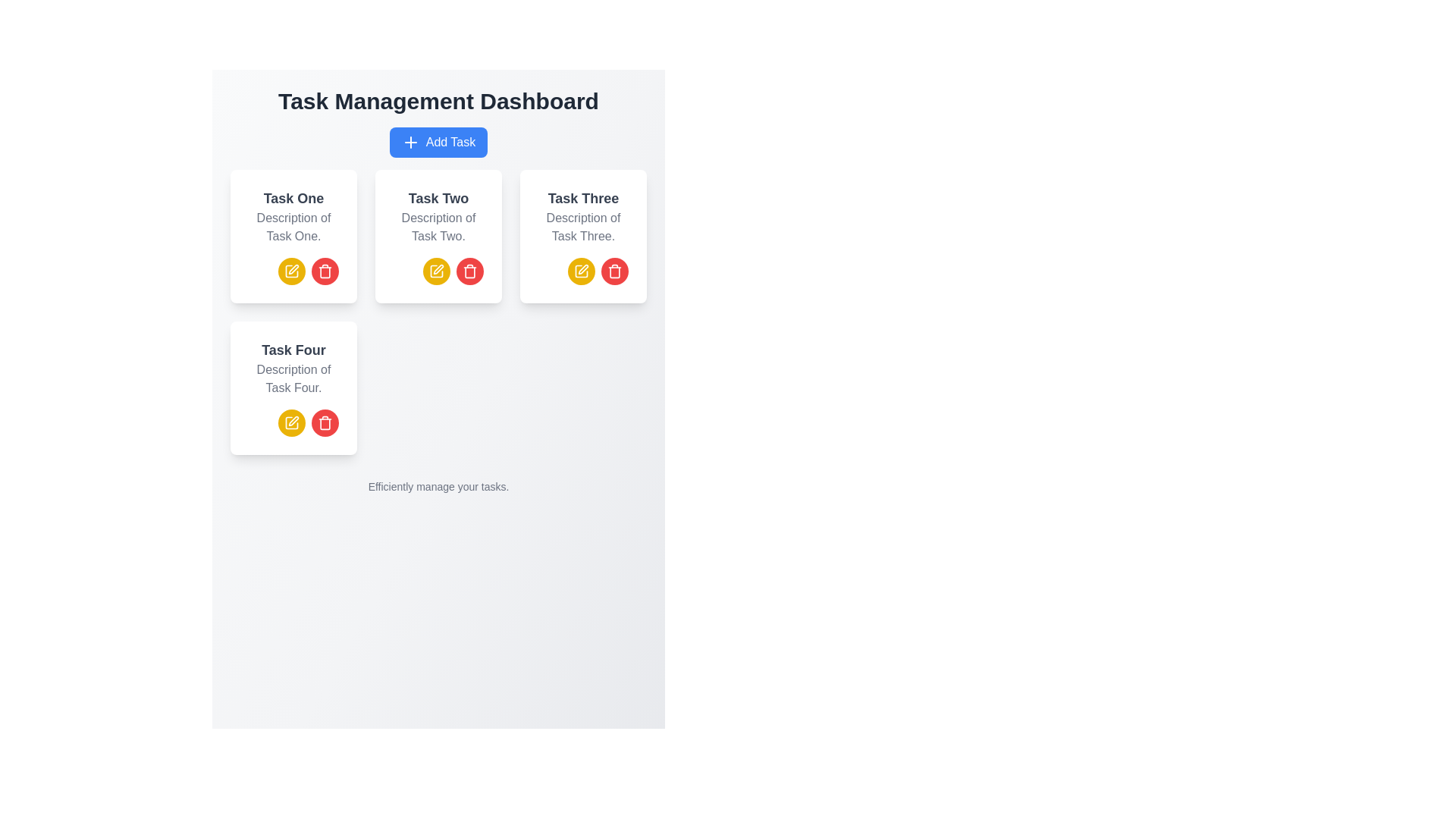 Image resolution: width=1456 pixels, height=819 pixels. I want to click on the edit icon represented by a pen on a square, located within the card labeled 'Task Two', so click(436, 271).